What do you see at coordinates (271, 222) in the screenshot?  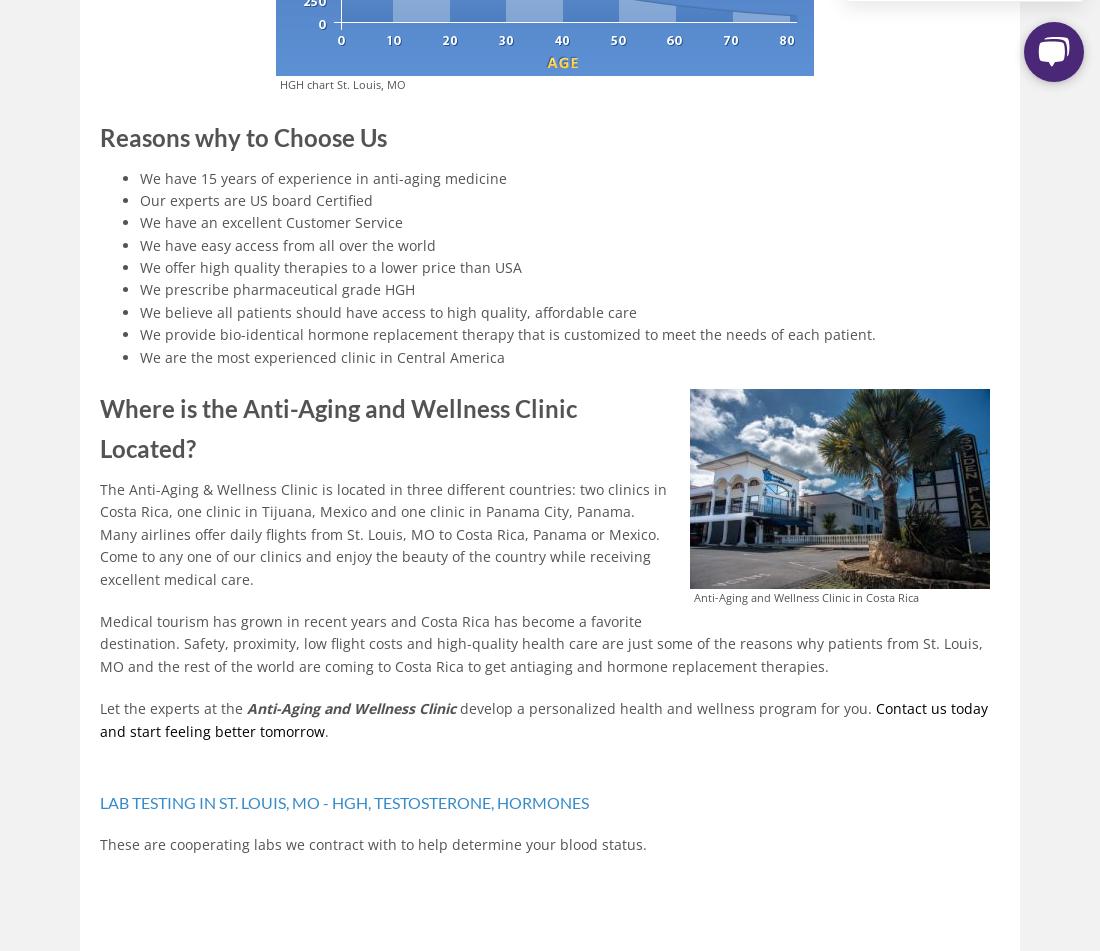 I see `'We have an excellent Customer Service'` at bounding box center [271, 222].